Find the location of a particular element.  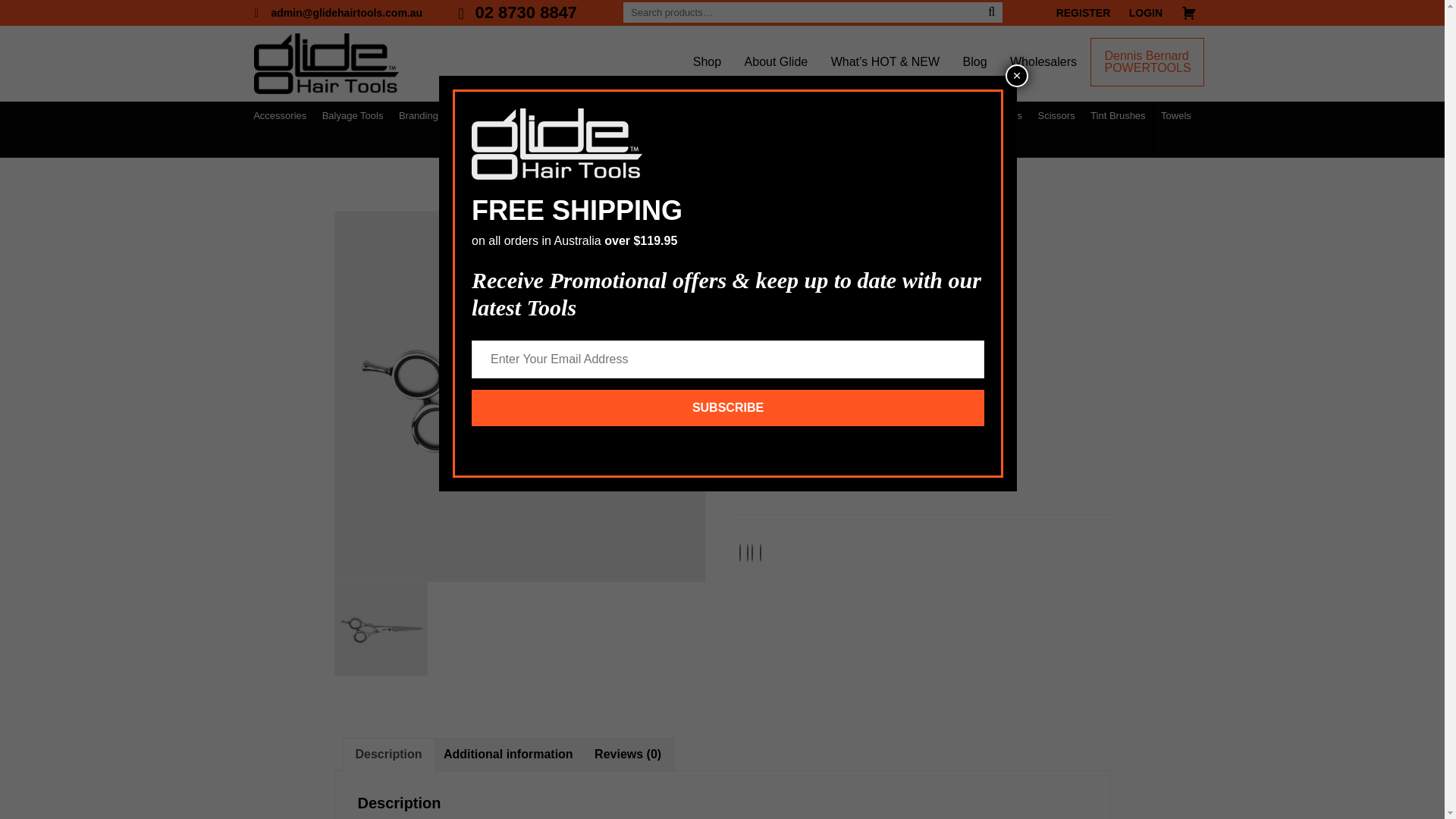

'Electricals' is located at coordinates (739, 115).